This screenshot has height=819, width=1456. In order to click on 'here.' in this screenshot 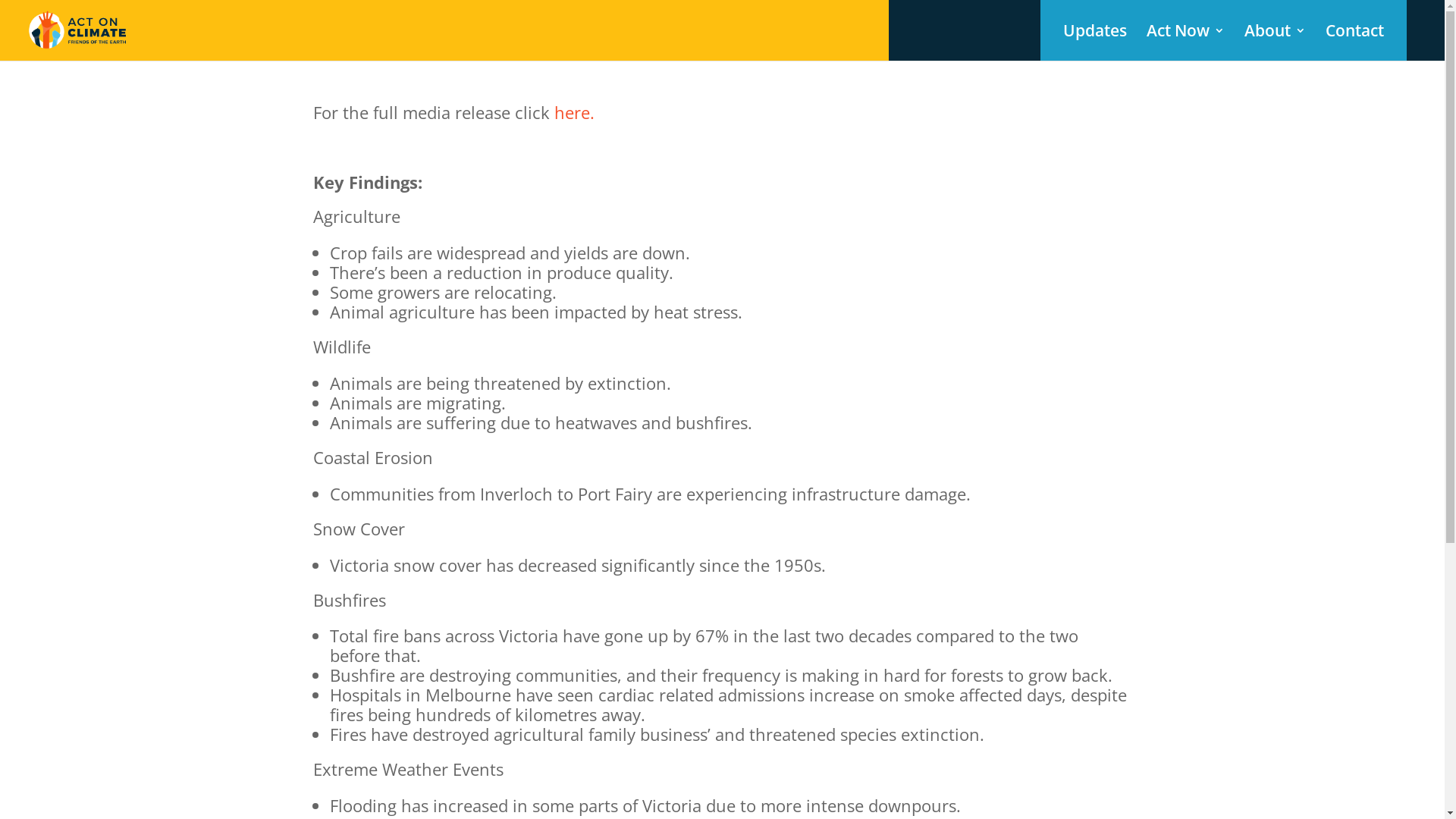, I will do `click(573, 111)`.